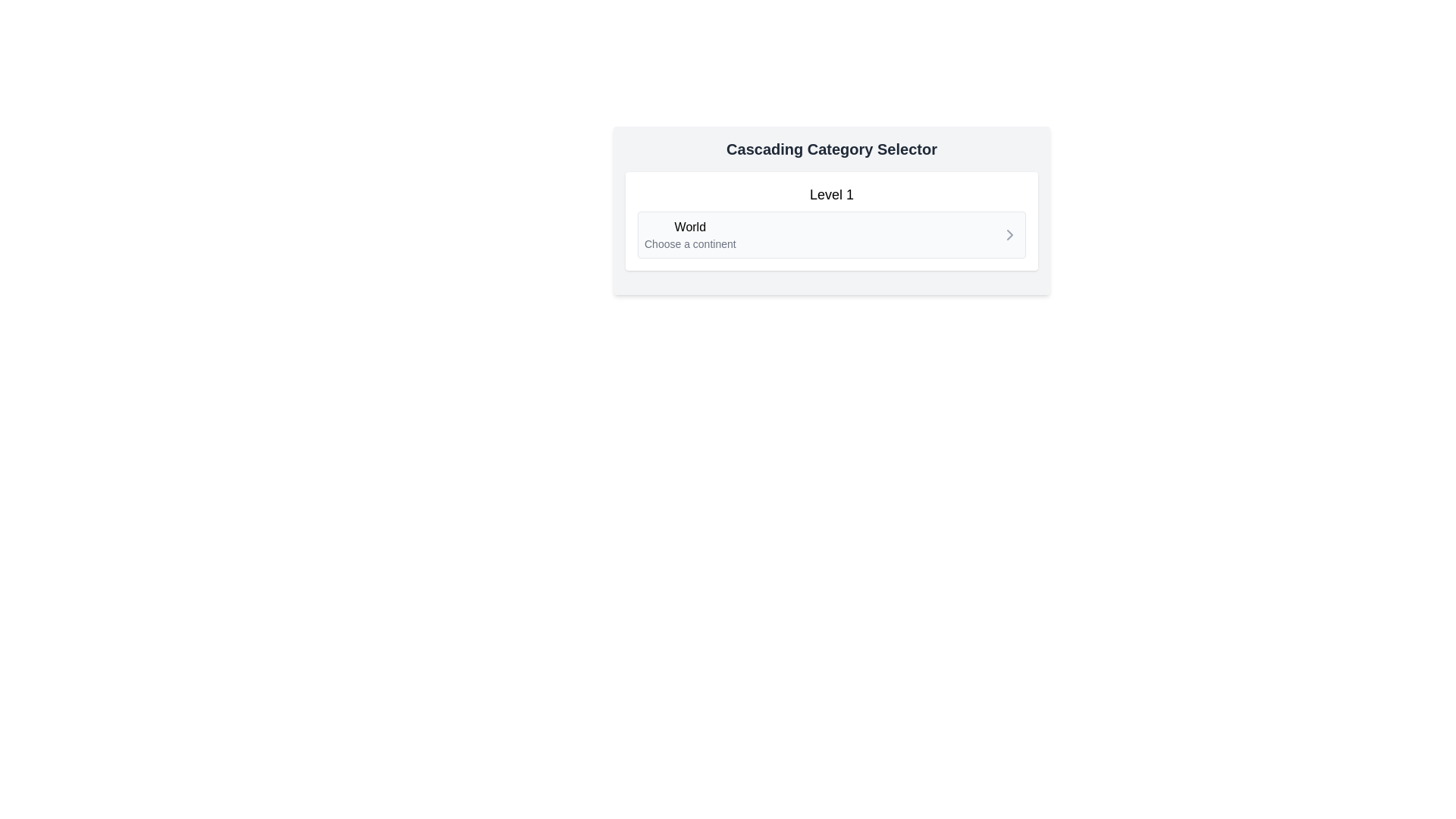  Describe the element at coordinates (831, 221) in the screenshot. I see `the navigation or selection card within the 'Cascading Category Selector'` at that location.